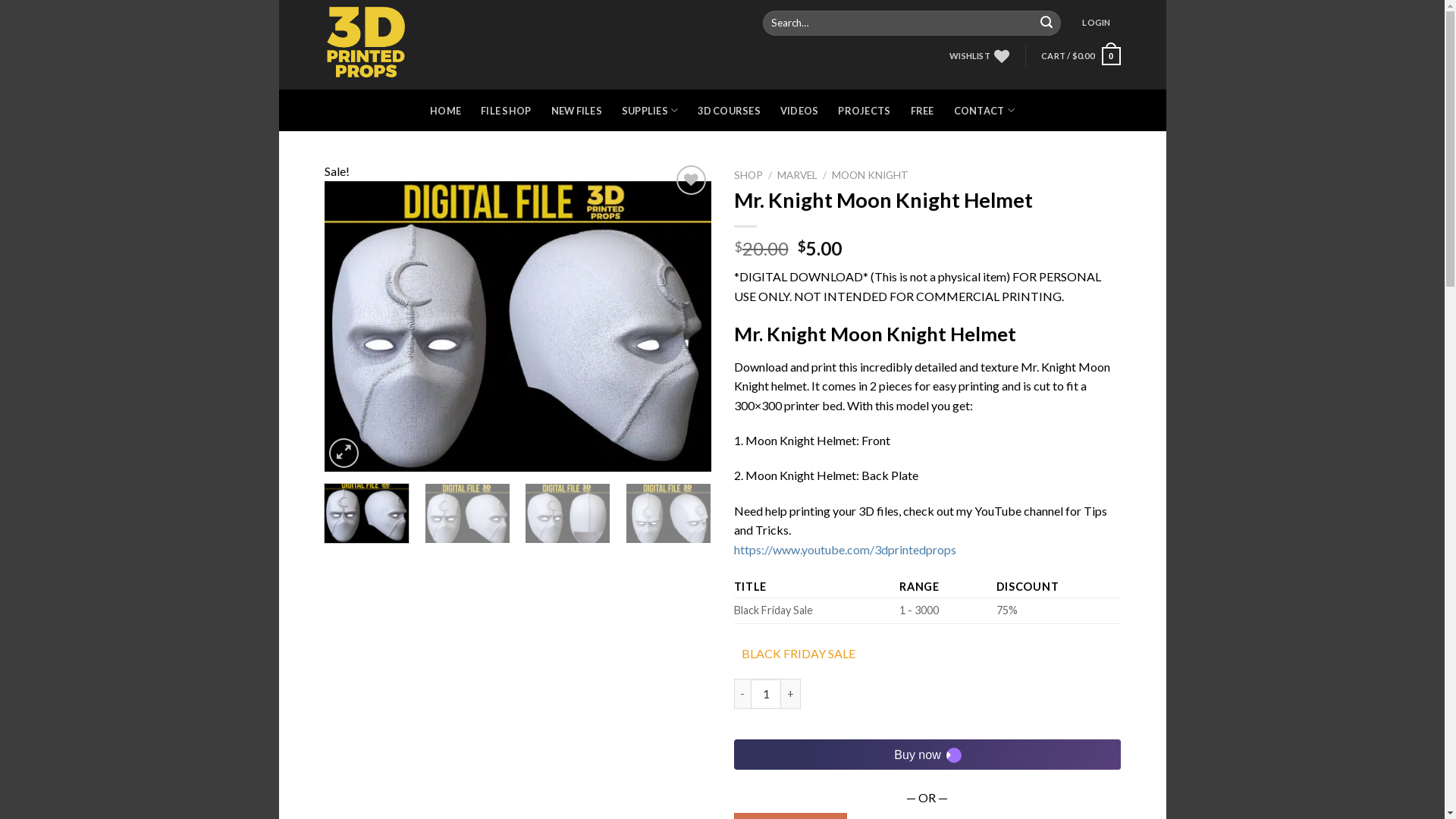 The image size is (1456, 819). Describe the element at coordinates (799, 110) in the screenshot. I see `'VIDEOS'` at that location.